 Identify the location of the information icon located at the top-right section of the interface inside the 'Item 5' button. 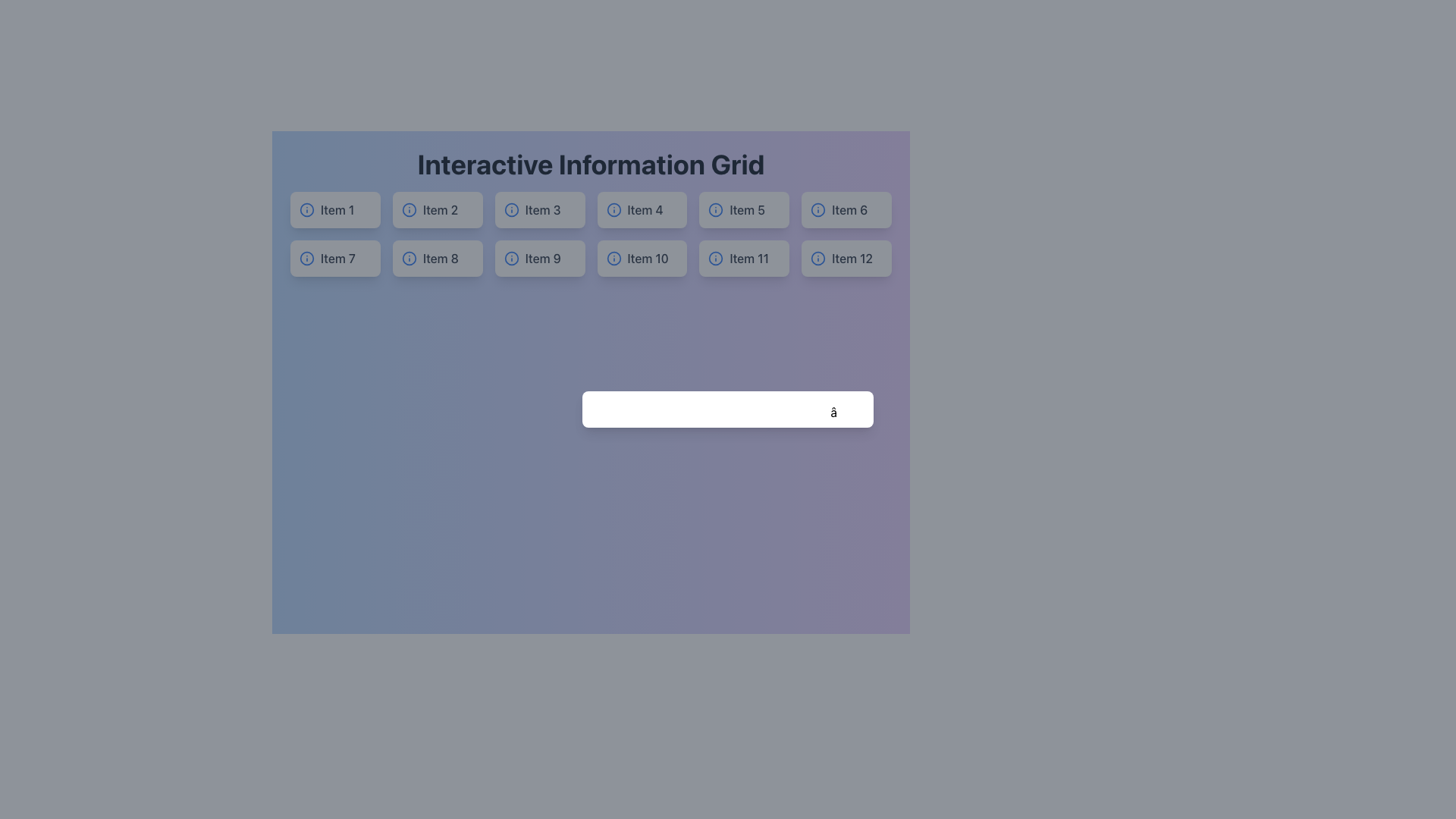
(715, 210).